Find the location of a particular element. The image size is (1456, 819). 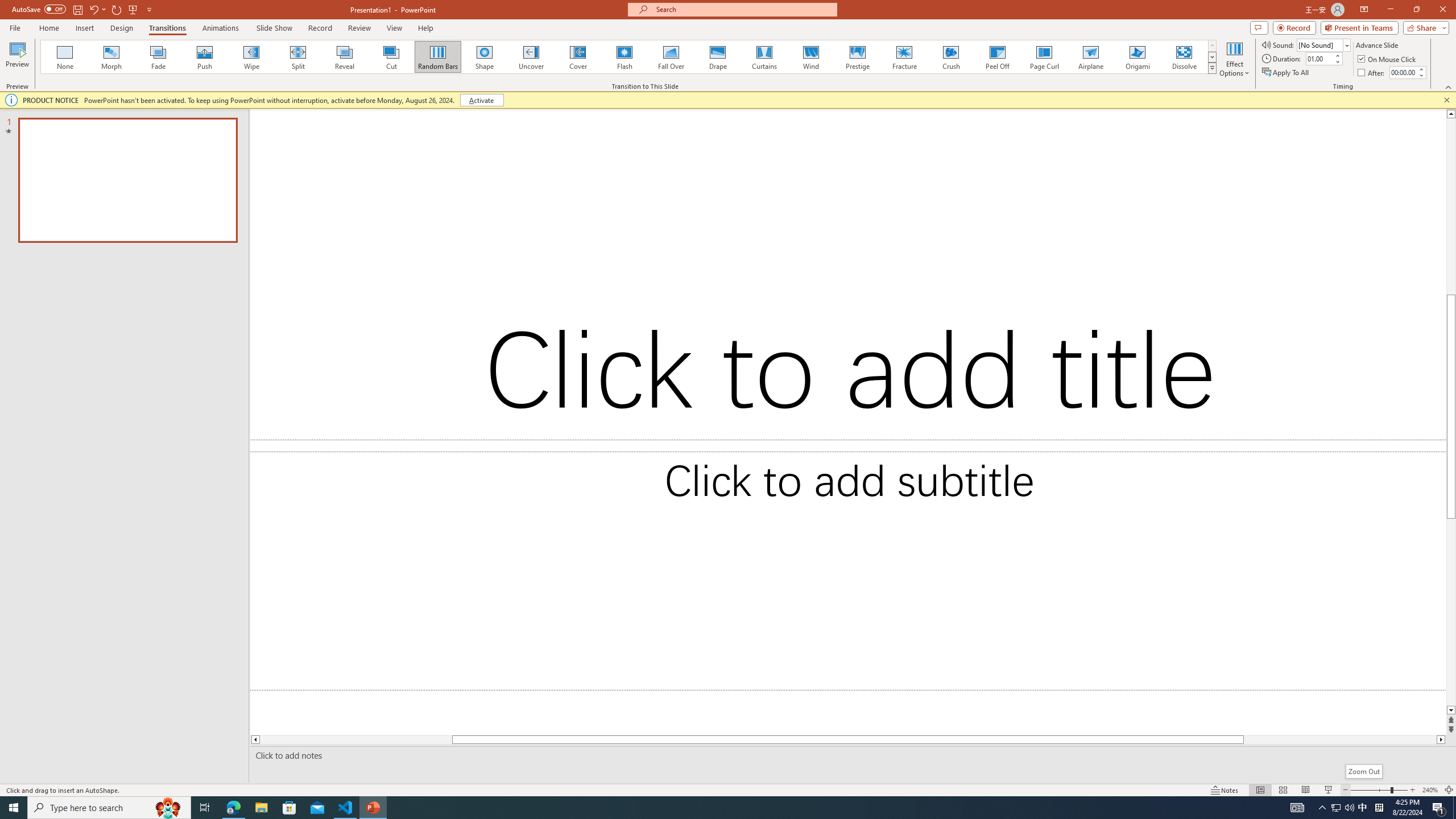

'Cover' is located at coordinates (577, 56).